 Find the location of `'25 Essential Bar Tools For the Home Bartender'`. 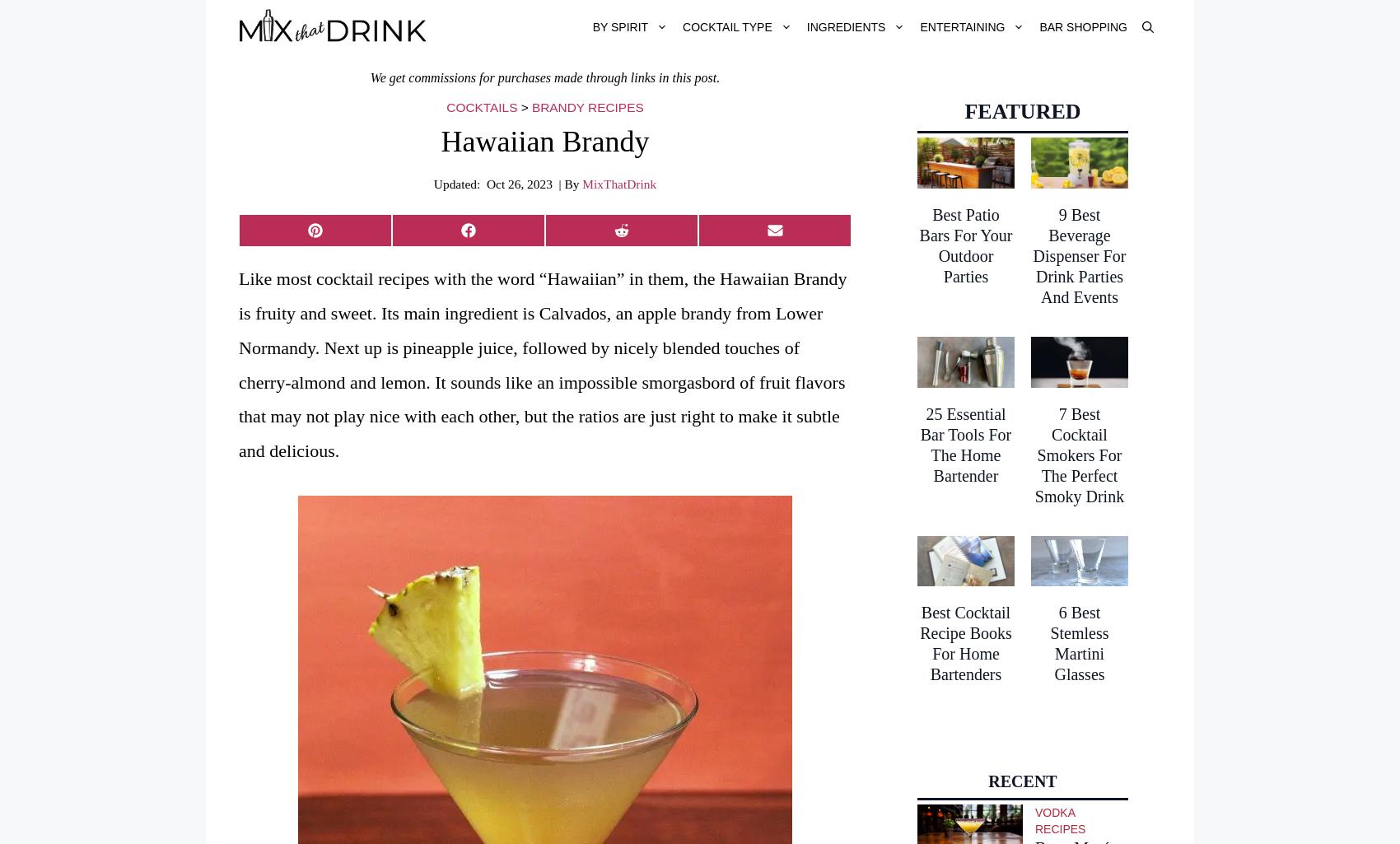

'25 Essential Bar Tools For the Home Bartender' is located at coordinates (964, 443).